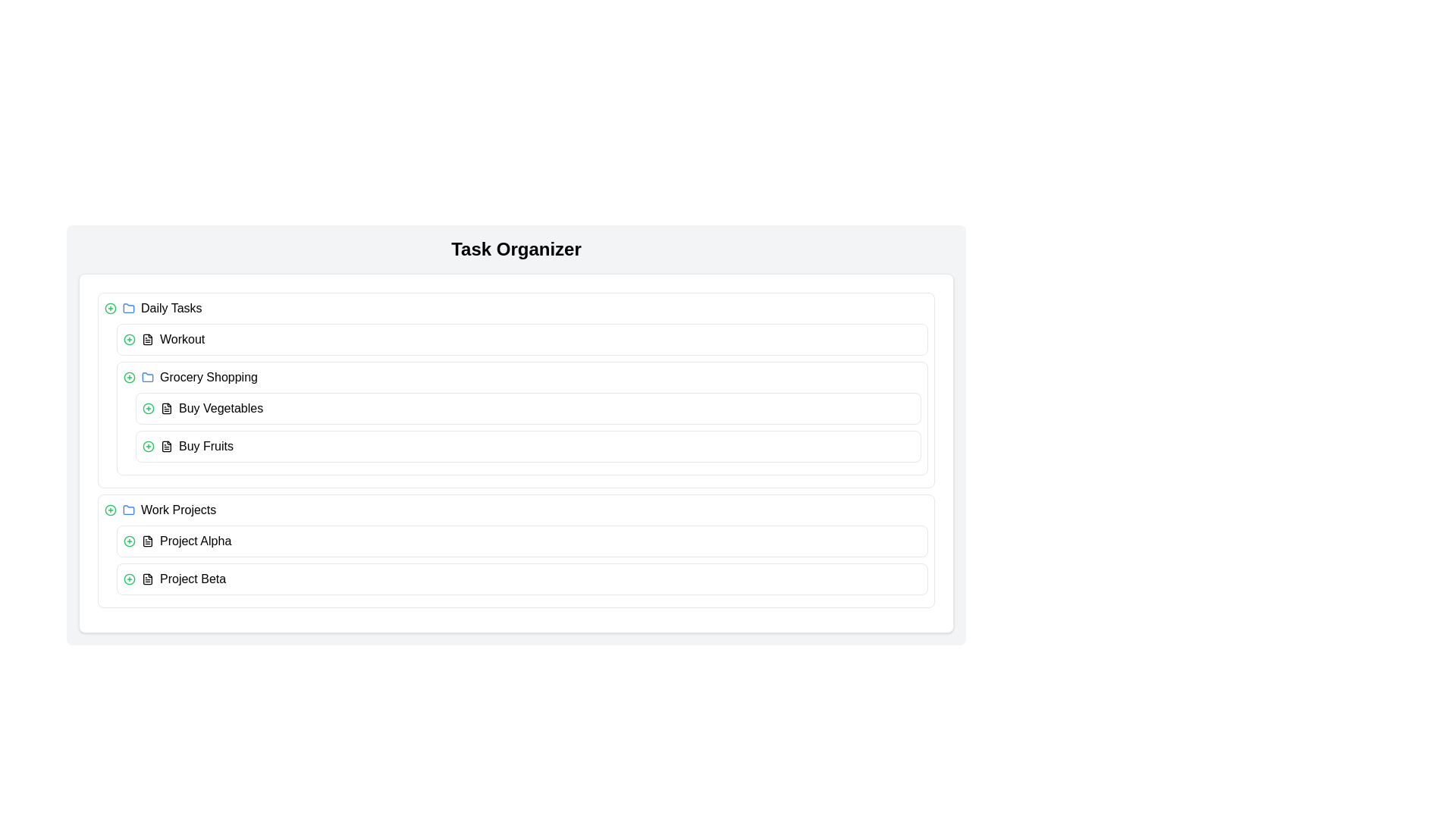 Image resolution: width=1456 pixels, height=819 pixels. What do you see at coordinates (130, 376) in the screenshot?
I see `the circular icon base which features a plus symbol and is associated with the 'Grocery Shopping' category by clicking on it` at bounding box center [130, 376].